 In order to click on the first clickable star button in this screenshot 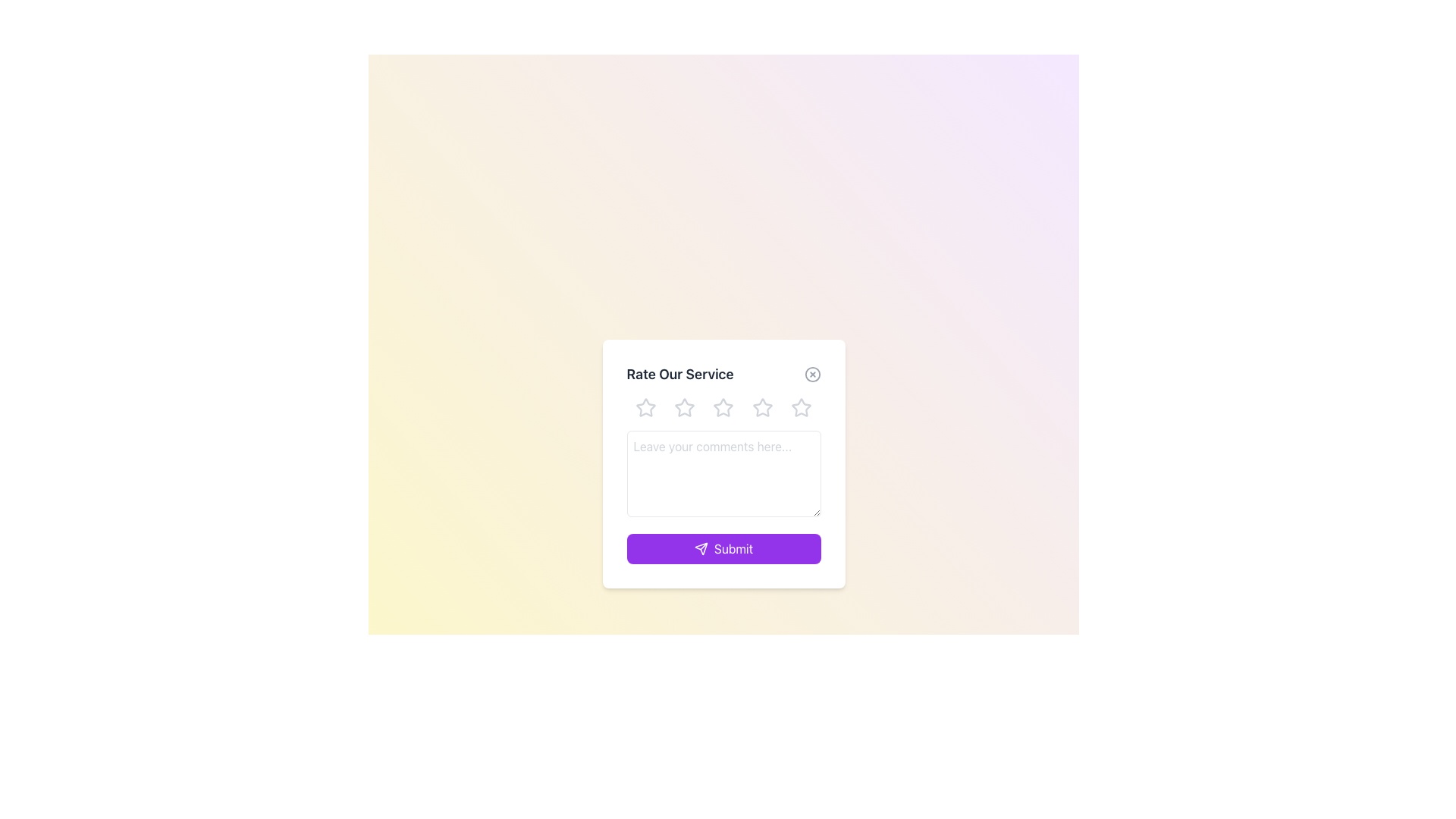, I will do `click(645, 406)`.